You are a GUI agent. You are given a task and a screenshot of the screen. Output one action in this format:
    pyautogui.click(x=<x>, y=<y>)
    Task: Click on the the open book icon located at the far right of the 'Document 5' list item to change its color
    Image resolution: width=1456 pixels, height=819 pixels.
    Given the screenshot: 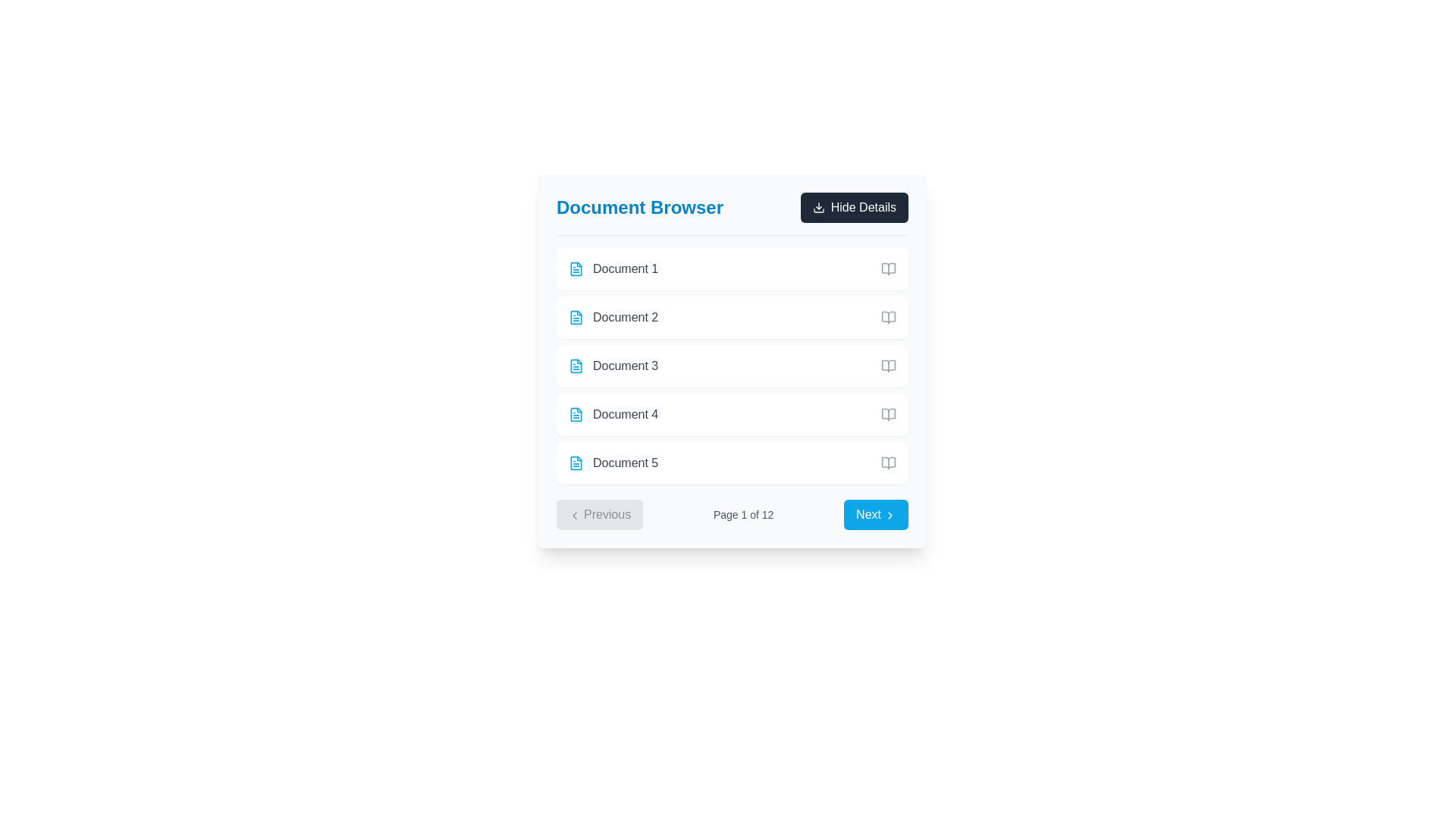 What is the action you would take?
    pyautogui.click(x=888, y=462)
    